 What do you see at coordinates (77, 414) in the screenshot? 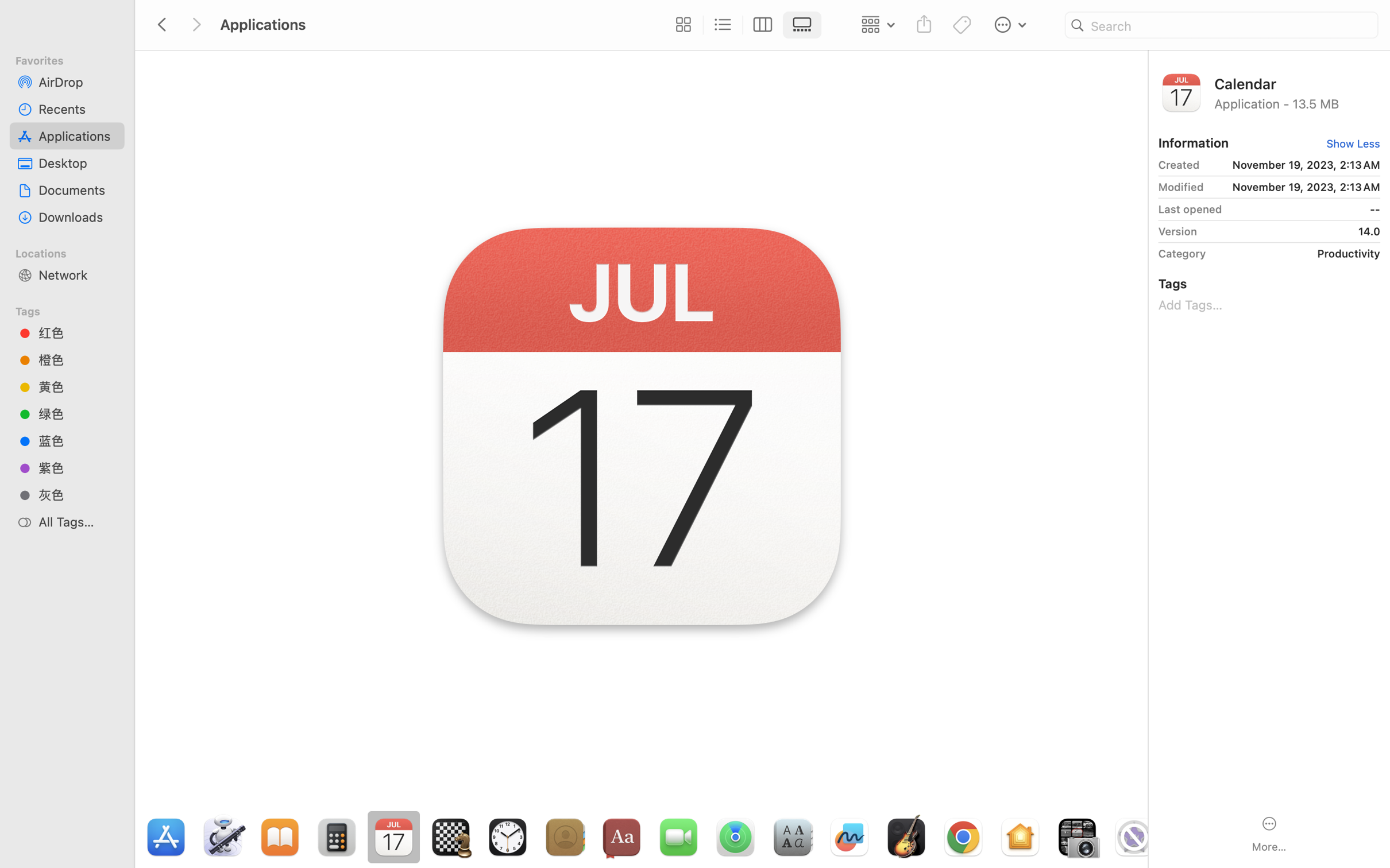
I see `'绿色'` at bounding box center [77, 414].